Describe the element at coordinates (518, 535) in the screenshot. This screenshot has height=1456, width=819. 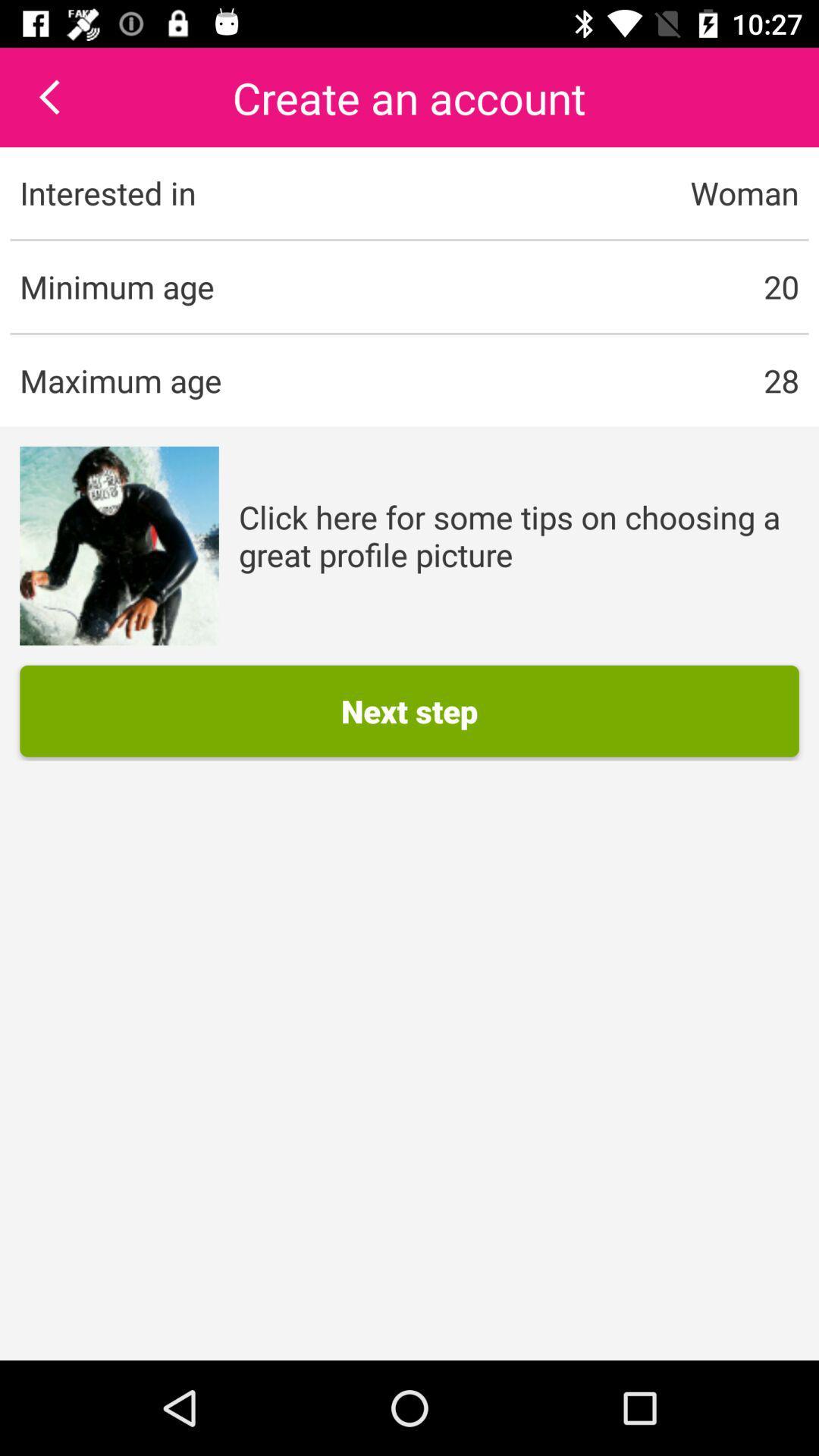
I see `the app below 28 item` at that location.